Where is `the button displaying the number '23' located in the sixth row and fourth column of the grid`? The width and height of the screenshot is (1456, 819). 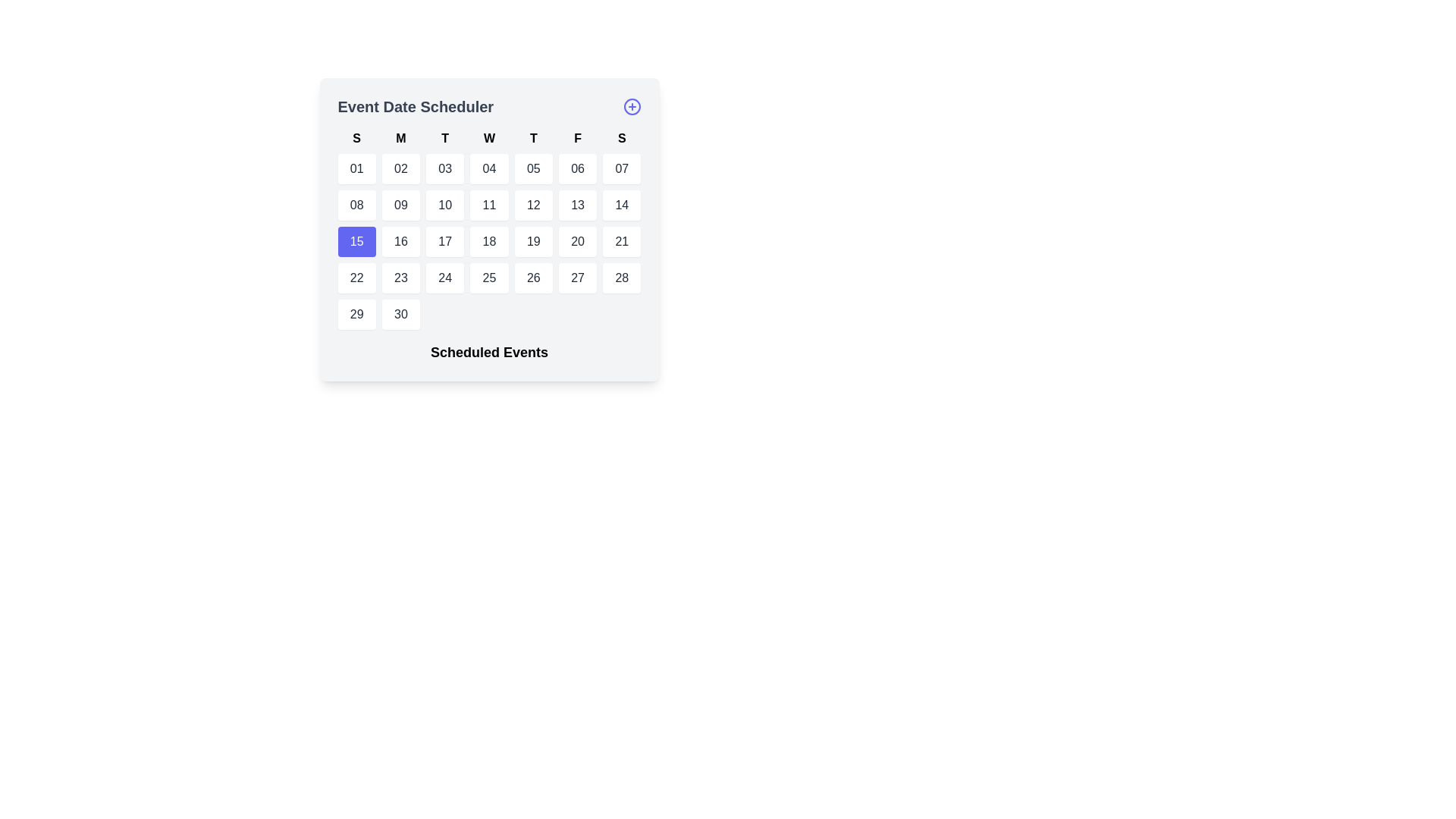
the button displaying the number '23' located in the sixth row and fourth column of the grid is located at coordinates (400, 278).